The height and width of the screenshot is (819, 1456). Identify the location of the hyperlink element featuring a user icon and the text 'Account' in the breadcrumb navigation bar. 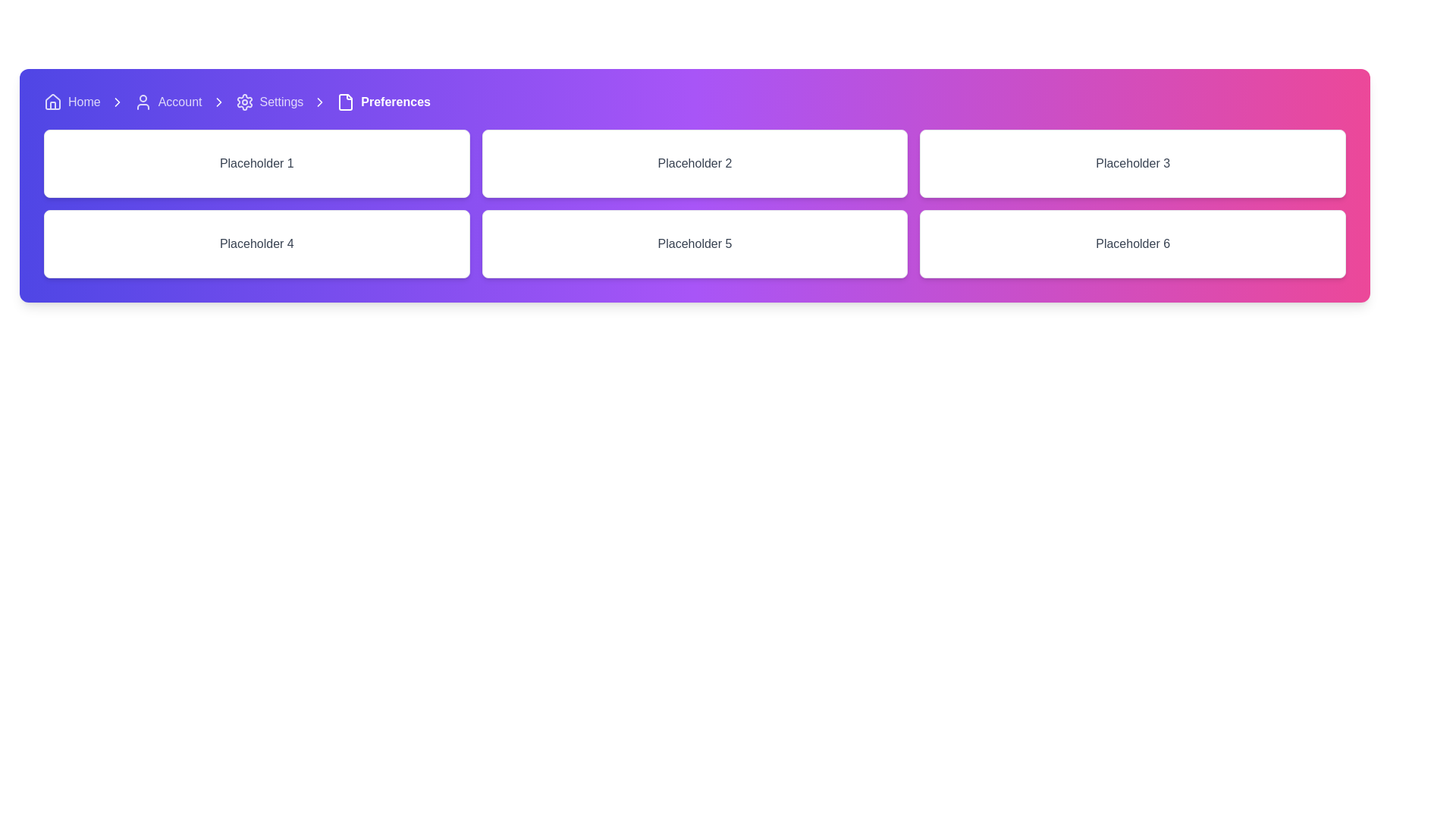
(168, 102).